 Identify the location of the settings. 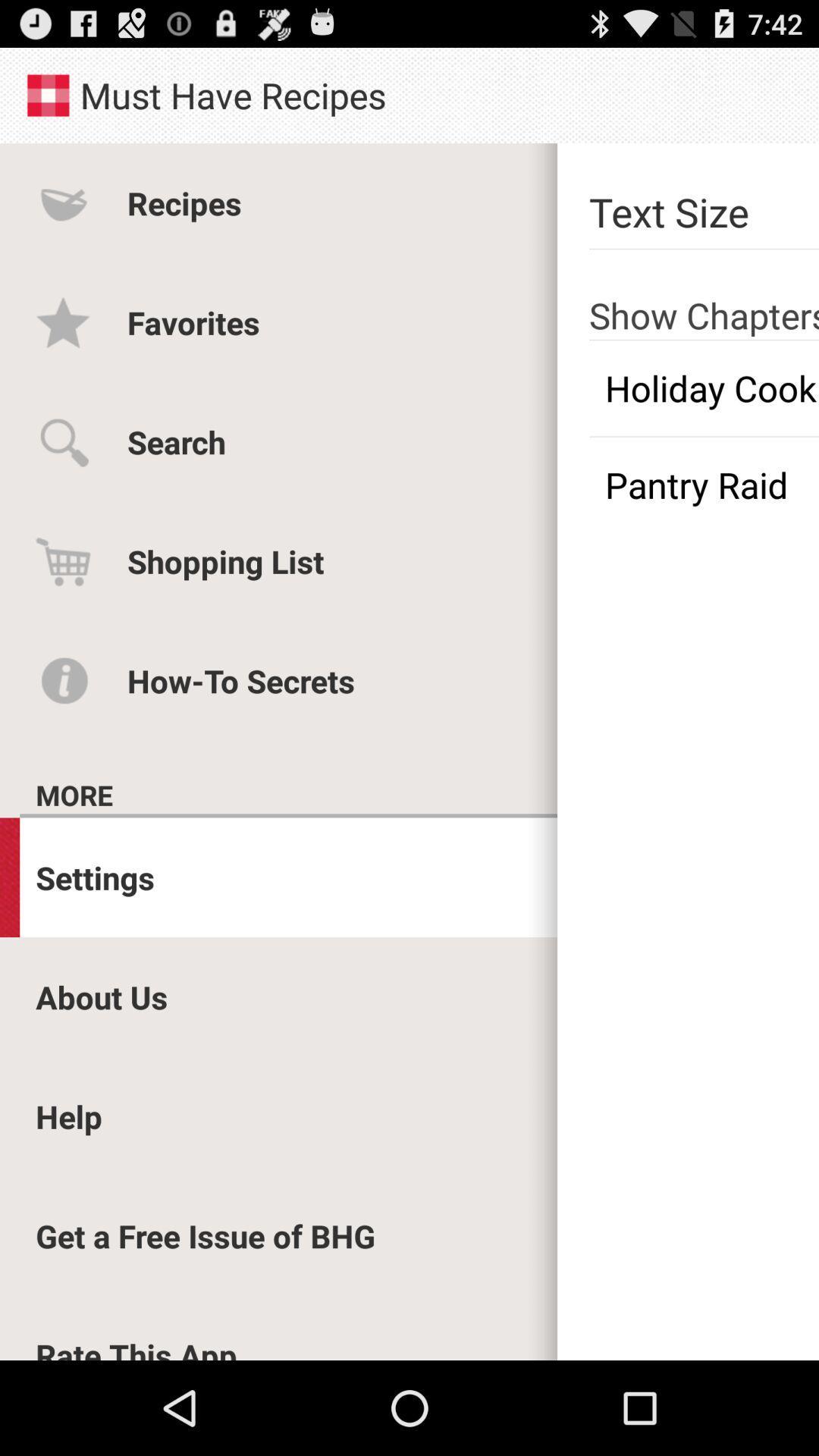
(95, 877).